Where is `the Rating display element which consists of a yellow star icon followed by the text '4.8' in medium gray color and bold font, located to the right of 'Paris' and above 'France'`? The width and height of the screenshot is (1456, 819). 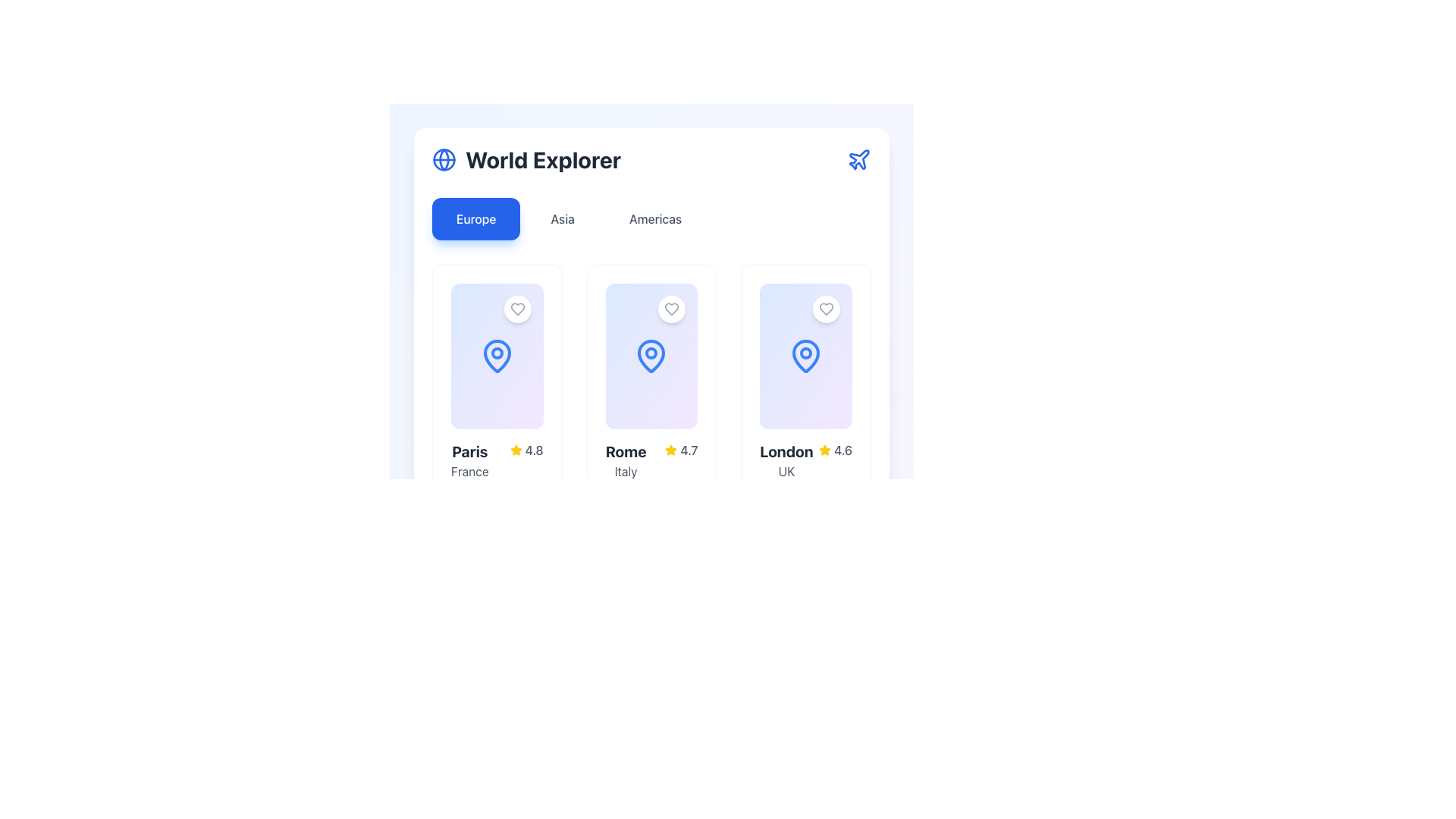 the Rating display element which consists of a yellow star icon followed by the text '4.8' in medium gray color and bold font, located to the right of 'Paris' and above 'France' is located at coordinates (526, 450).